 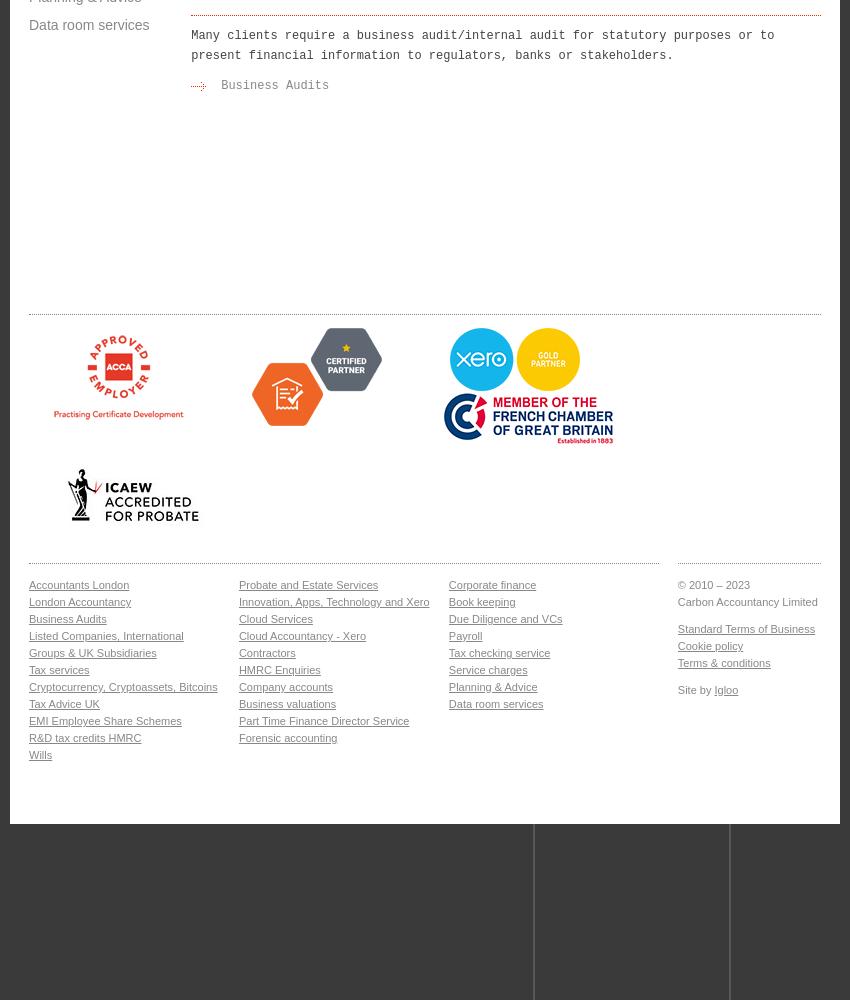 I want to click on 'Listed Companies, International Groups & UK Subsidiaries', so click(x=104, y=644).